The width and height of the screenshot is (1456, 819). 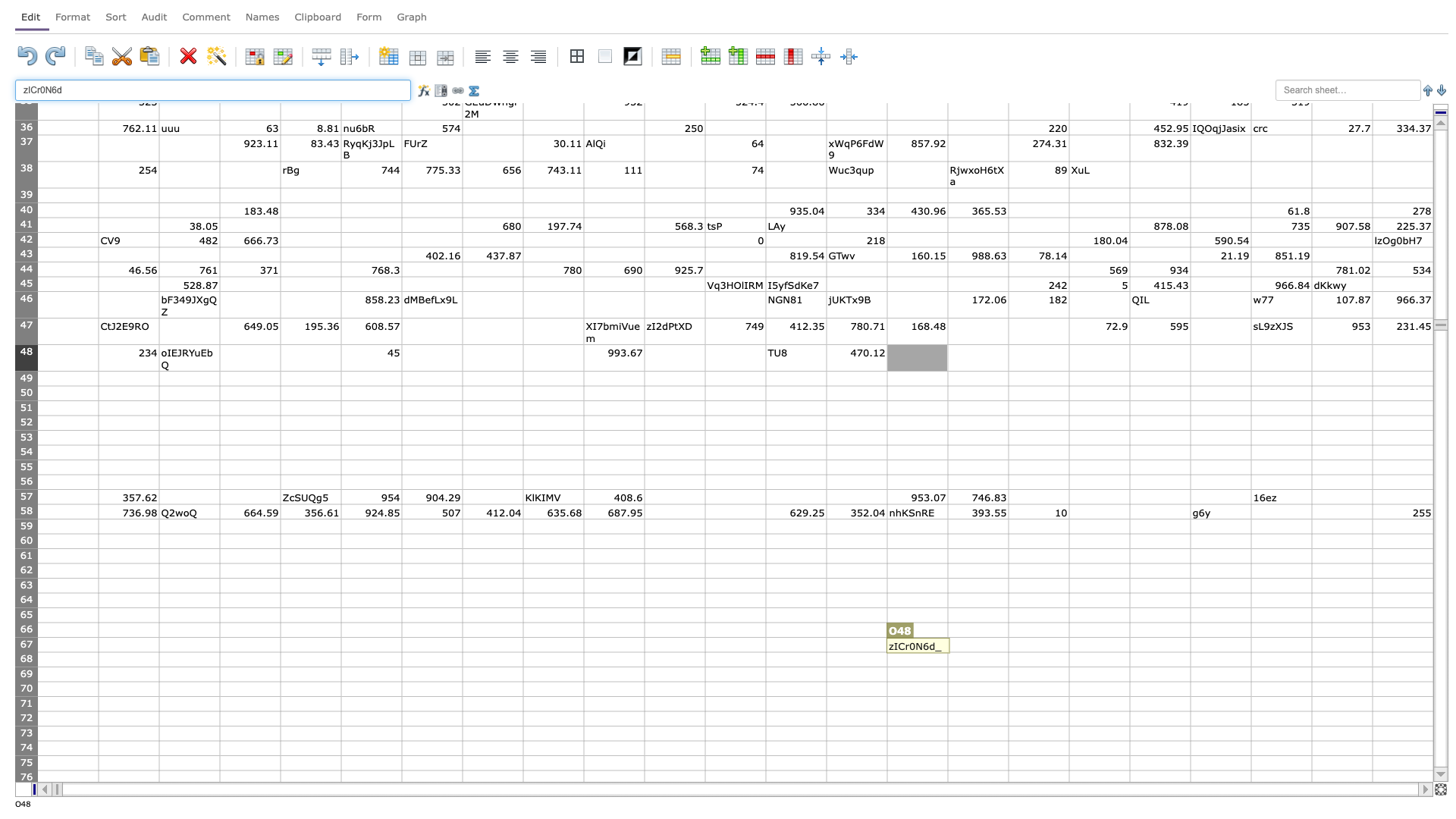 I want to click on Fill point of cell T68, so click(x=1251, y=666).